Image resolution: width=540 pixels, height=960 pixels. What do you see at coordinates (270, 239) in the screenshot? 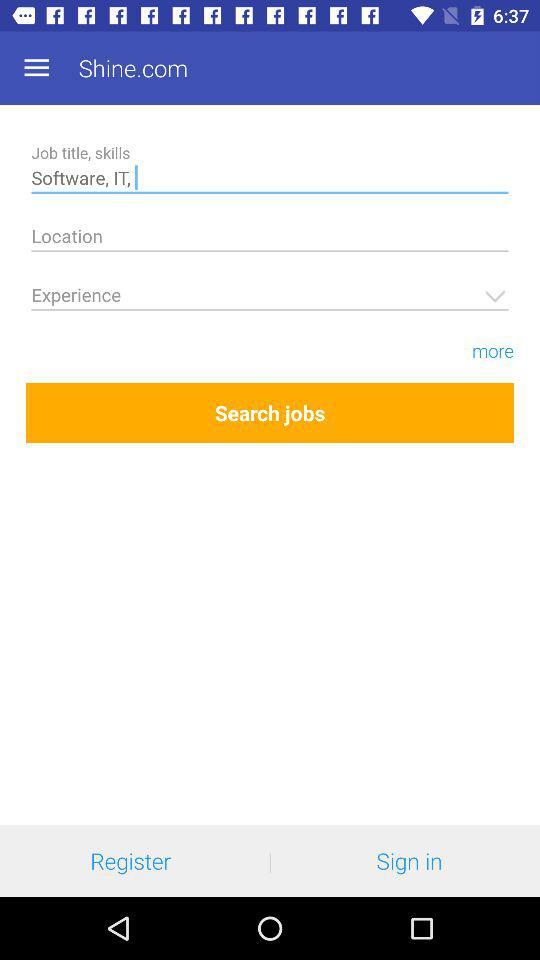
I see `information` at bounding box center [270, 239].